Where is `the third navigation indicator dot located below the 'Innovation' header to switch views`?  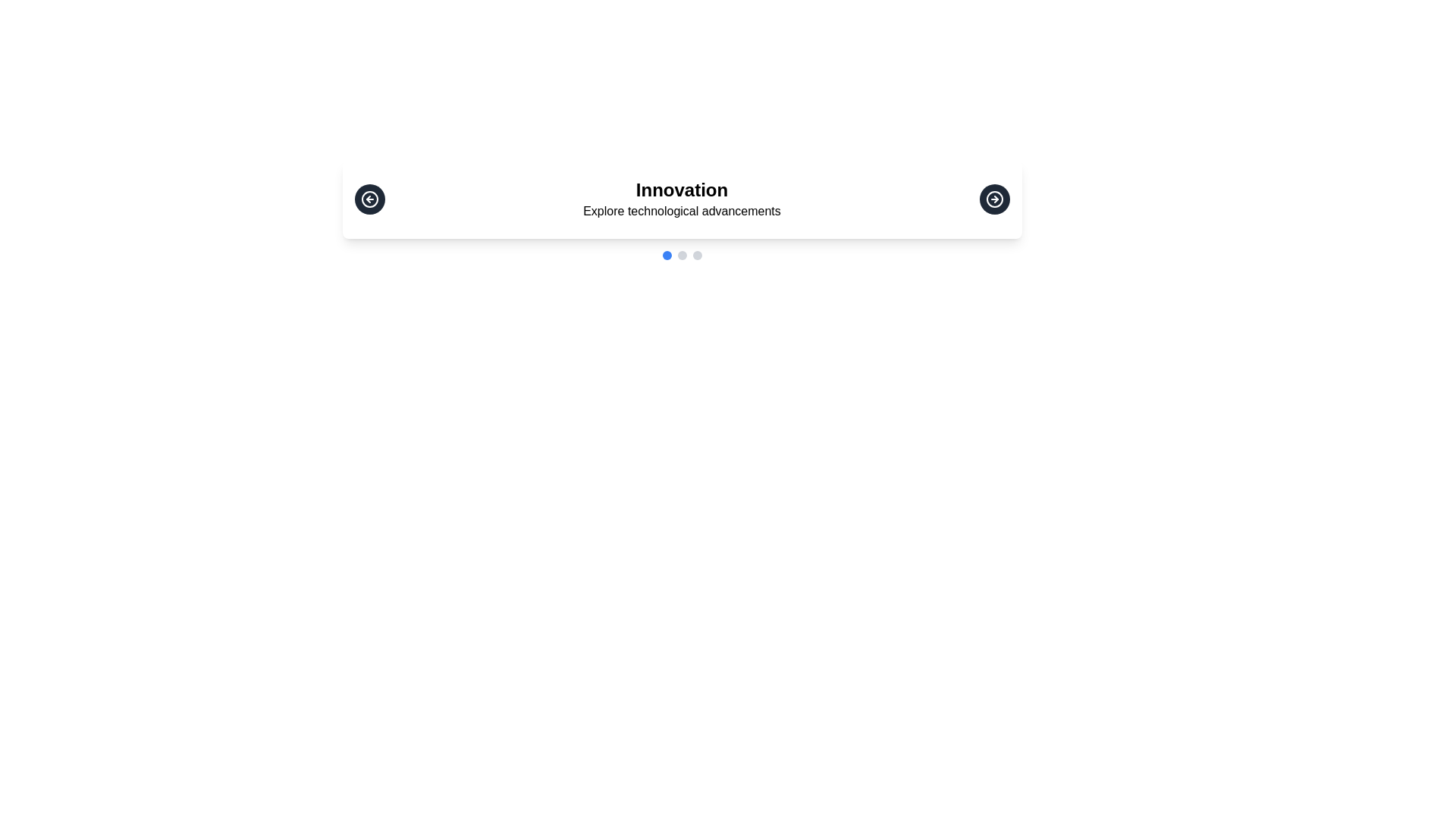
the third navigation indicator dot located below the 'Innovation' header to switch views is located at coordinates (696, 254).